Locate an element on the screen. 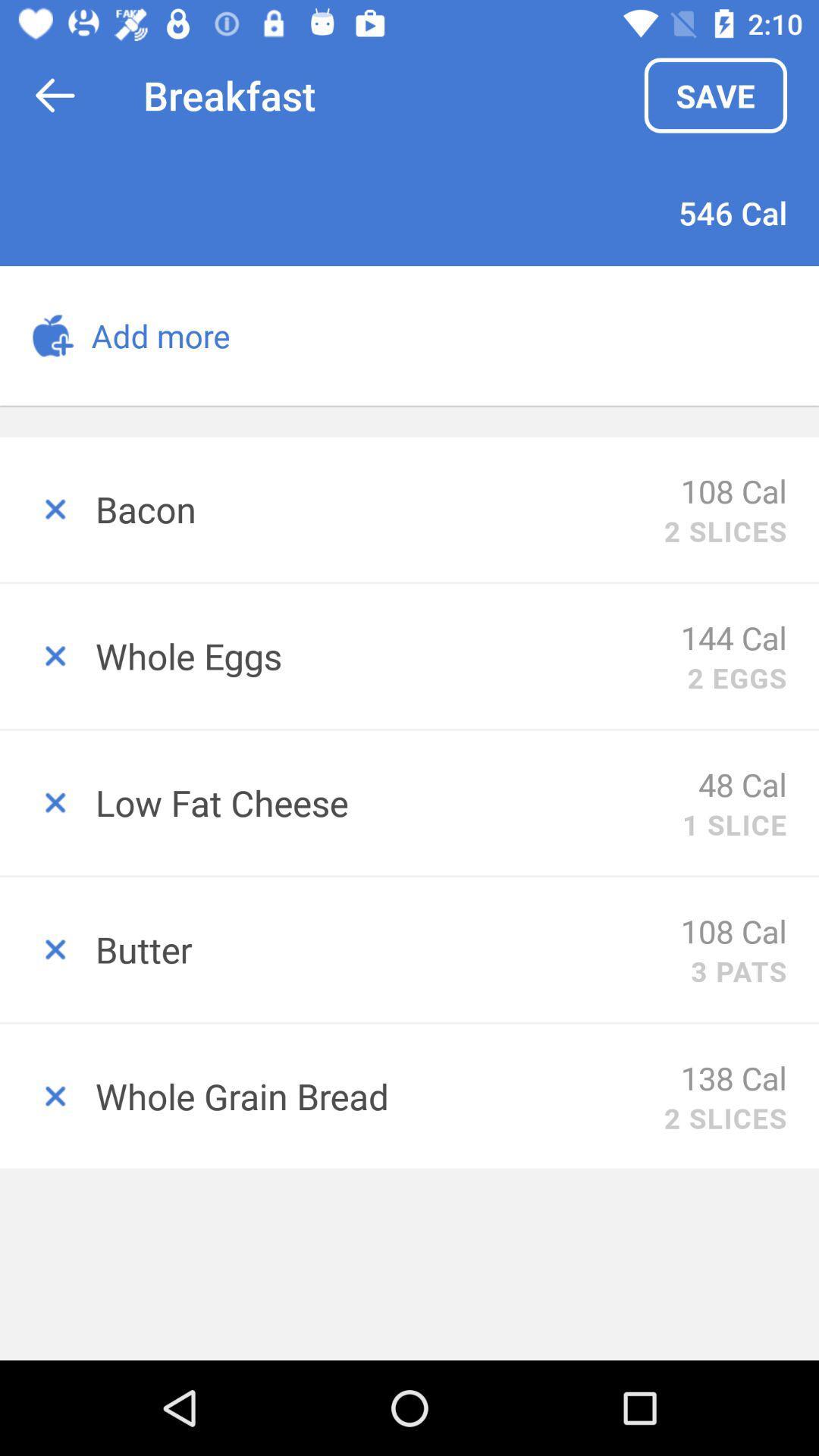 Image resolution: width=819 pixels, height=1456 pixels. remove item is located at coordinates (46, 510).